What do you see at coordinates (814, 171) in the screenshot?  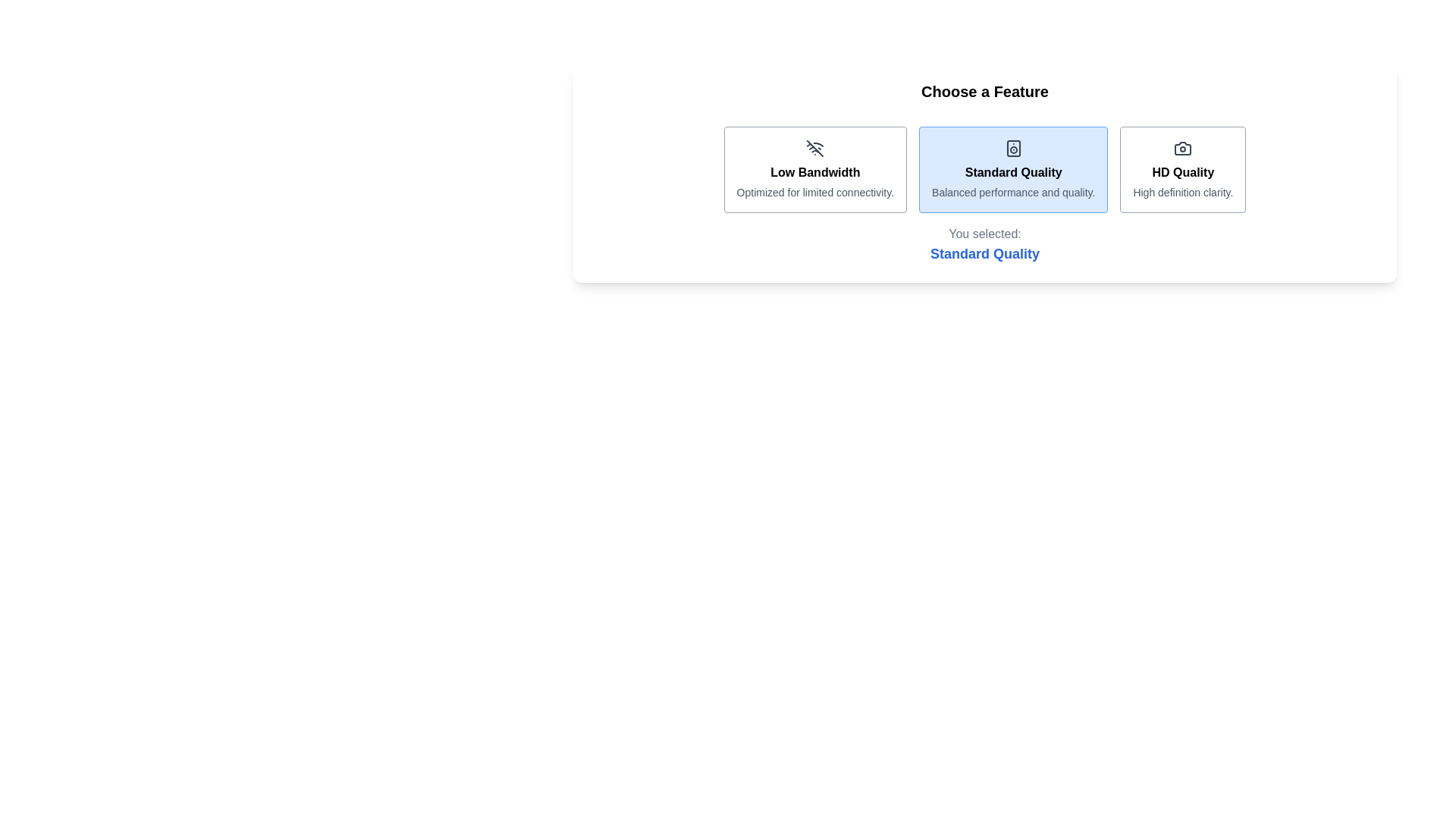 I see `the 'Low Bandwidth' text label` at bounding box center [814, 171].